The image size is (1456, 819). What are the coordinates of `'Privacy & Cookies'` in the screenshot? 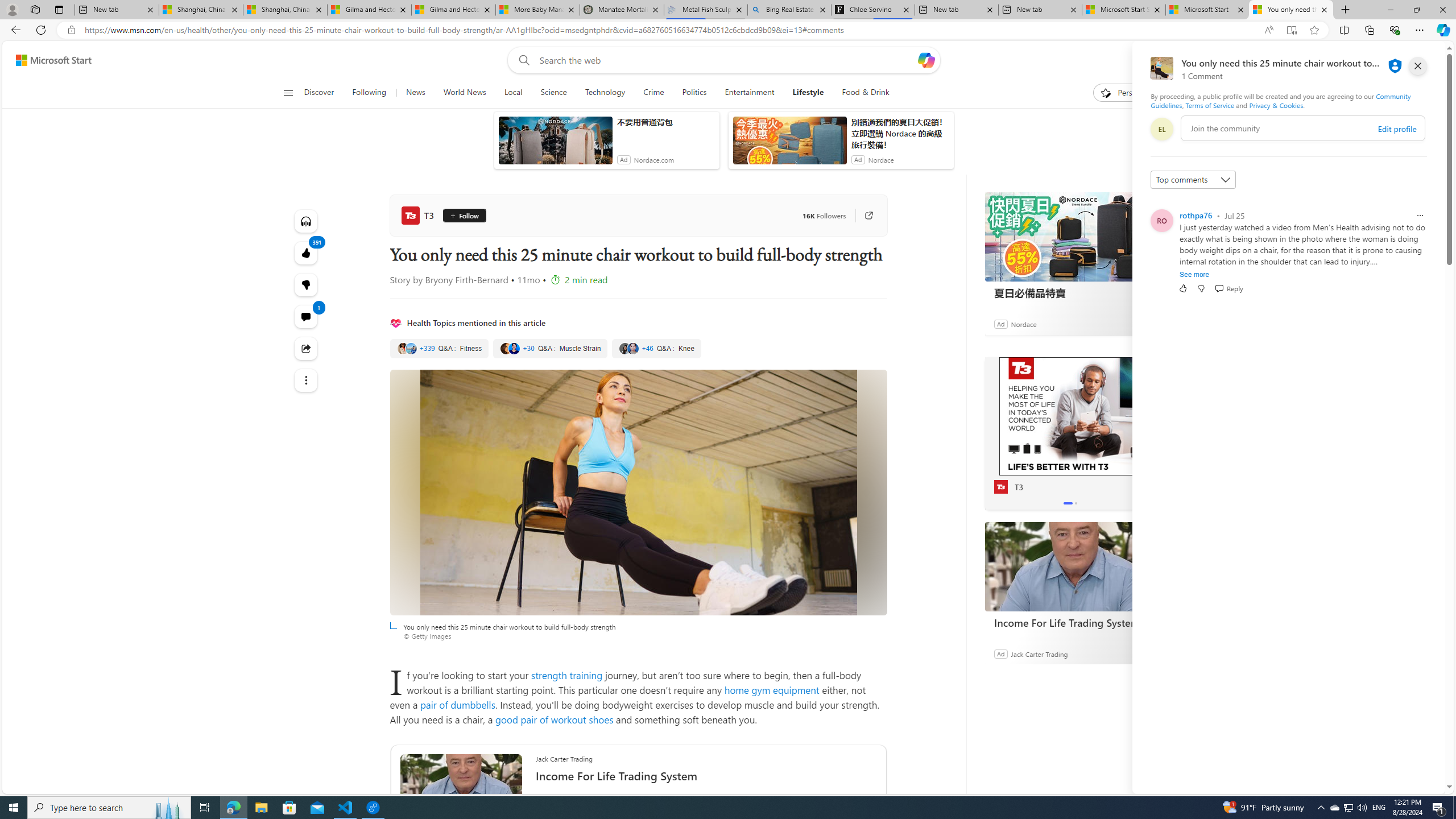 It's located at (1275, 105).